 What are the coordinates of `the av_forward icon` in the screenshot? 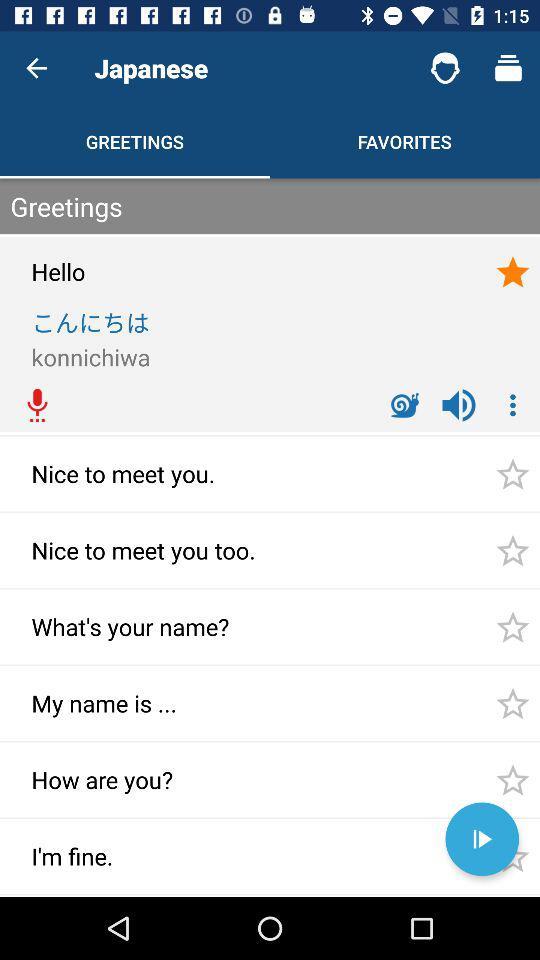 It's located at (481, 839).